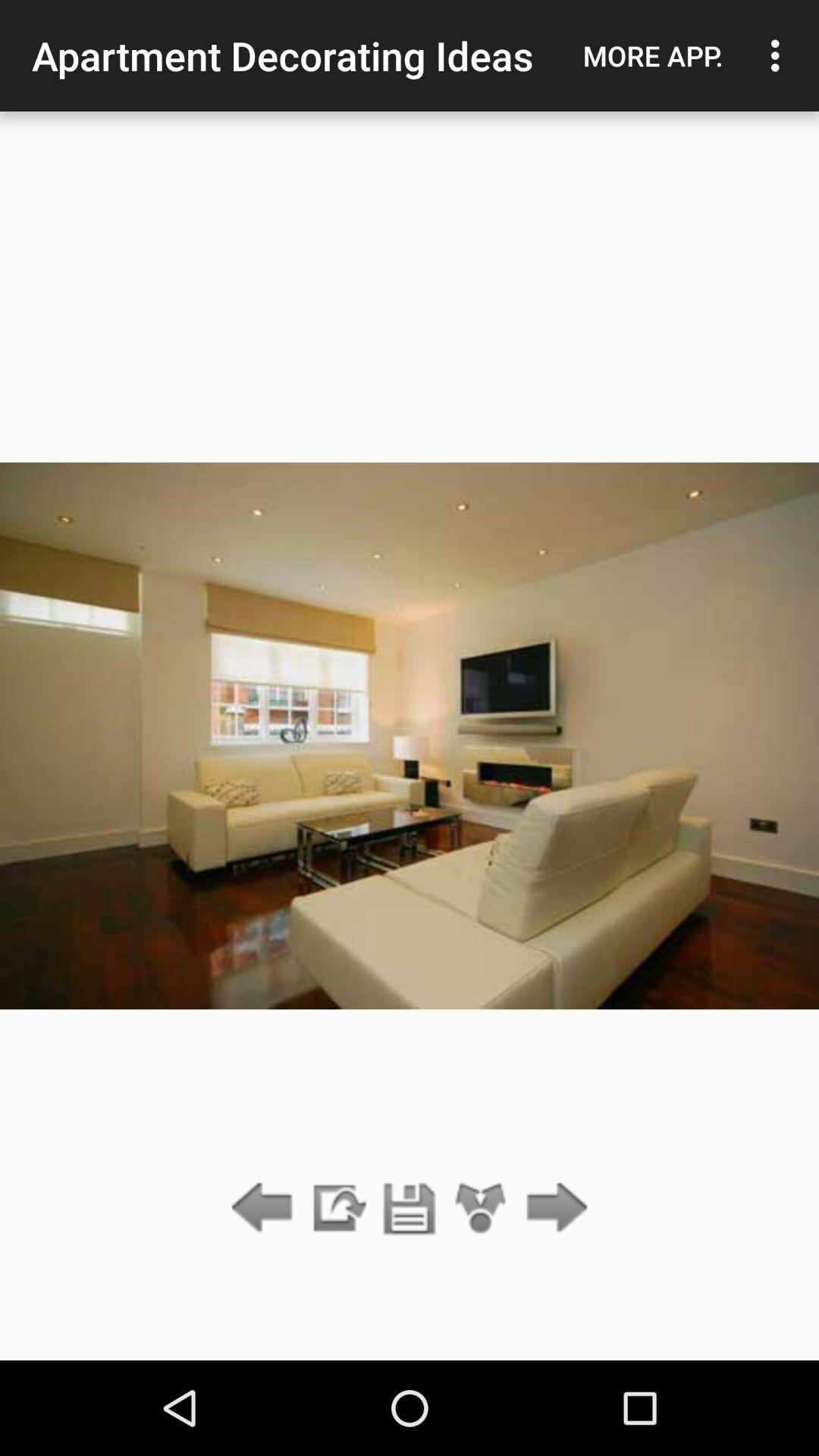  I want to click on icon to the right of more app. icon, so click(779, 55).